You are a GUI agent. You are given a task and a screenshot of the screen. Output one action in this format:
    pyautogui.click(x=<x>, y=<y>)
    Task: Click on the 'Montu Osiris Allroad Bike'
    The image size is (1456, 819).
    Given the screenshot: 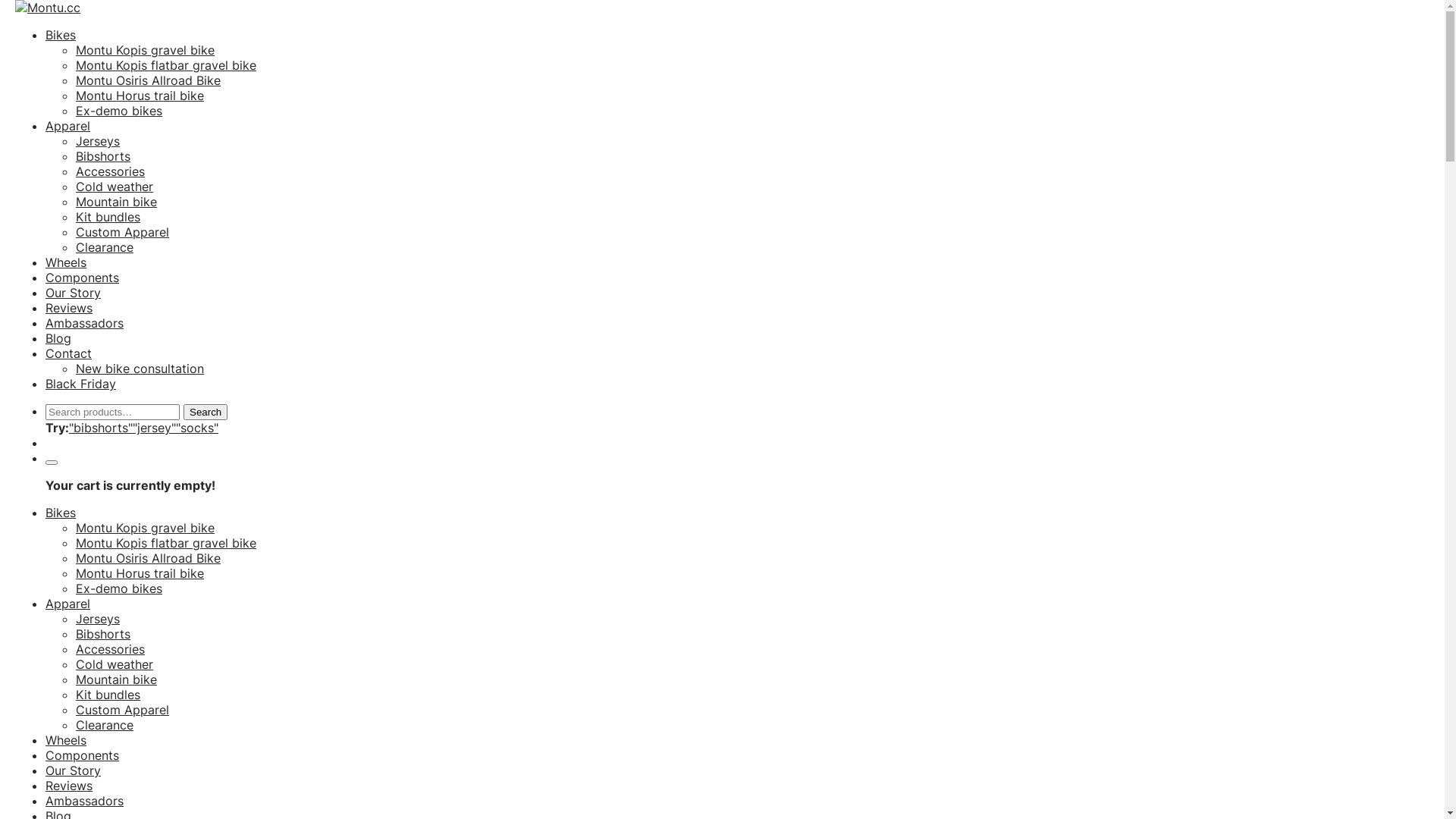 What is the action you would take?
    pyautogui.click(x=75, y=558)
    